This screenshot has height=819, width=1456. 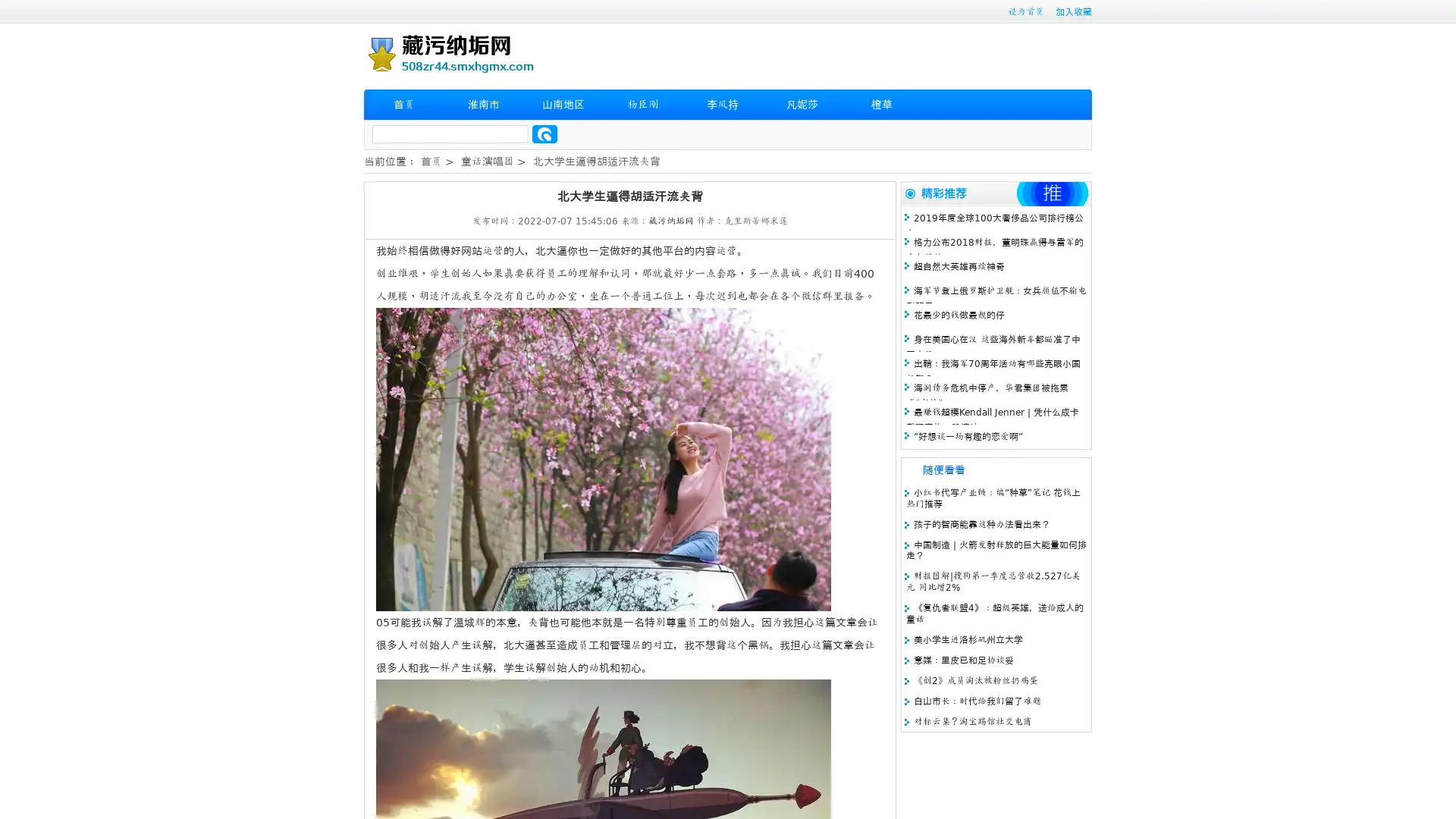 I want to click on Search, so click(x=544, y=133).